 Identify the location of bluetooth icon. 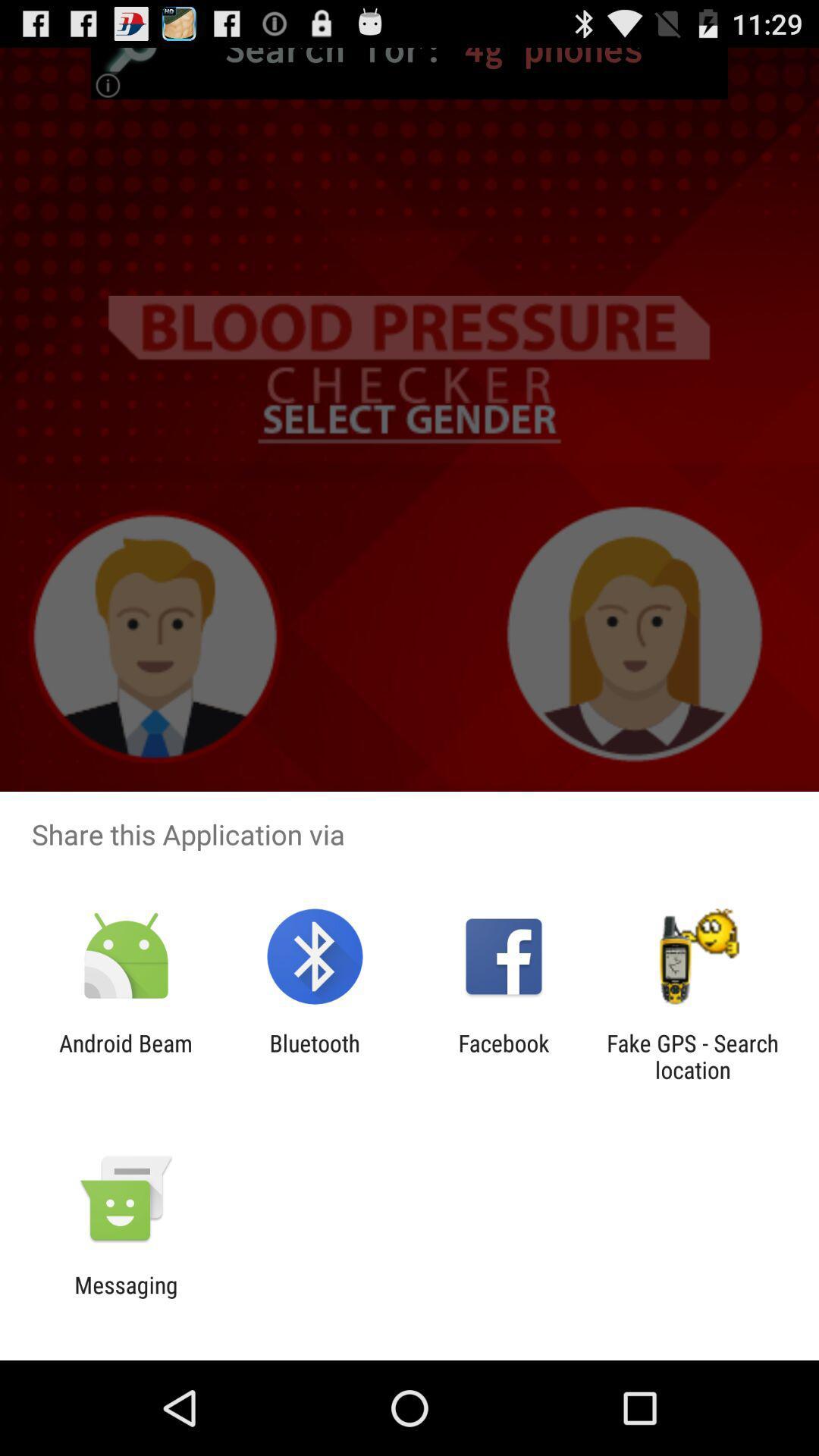
(314, 1056).